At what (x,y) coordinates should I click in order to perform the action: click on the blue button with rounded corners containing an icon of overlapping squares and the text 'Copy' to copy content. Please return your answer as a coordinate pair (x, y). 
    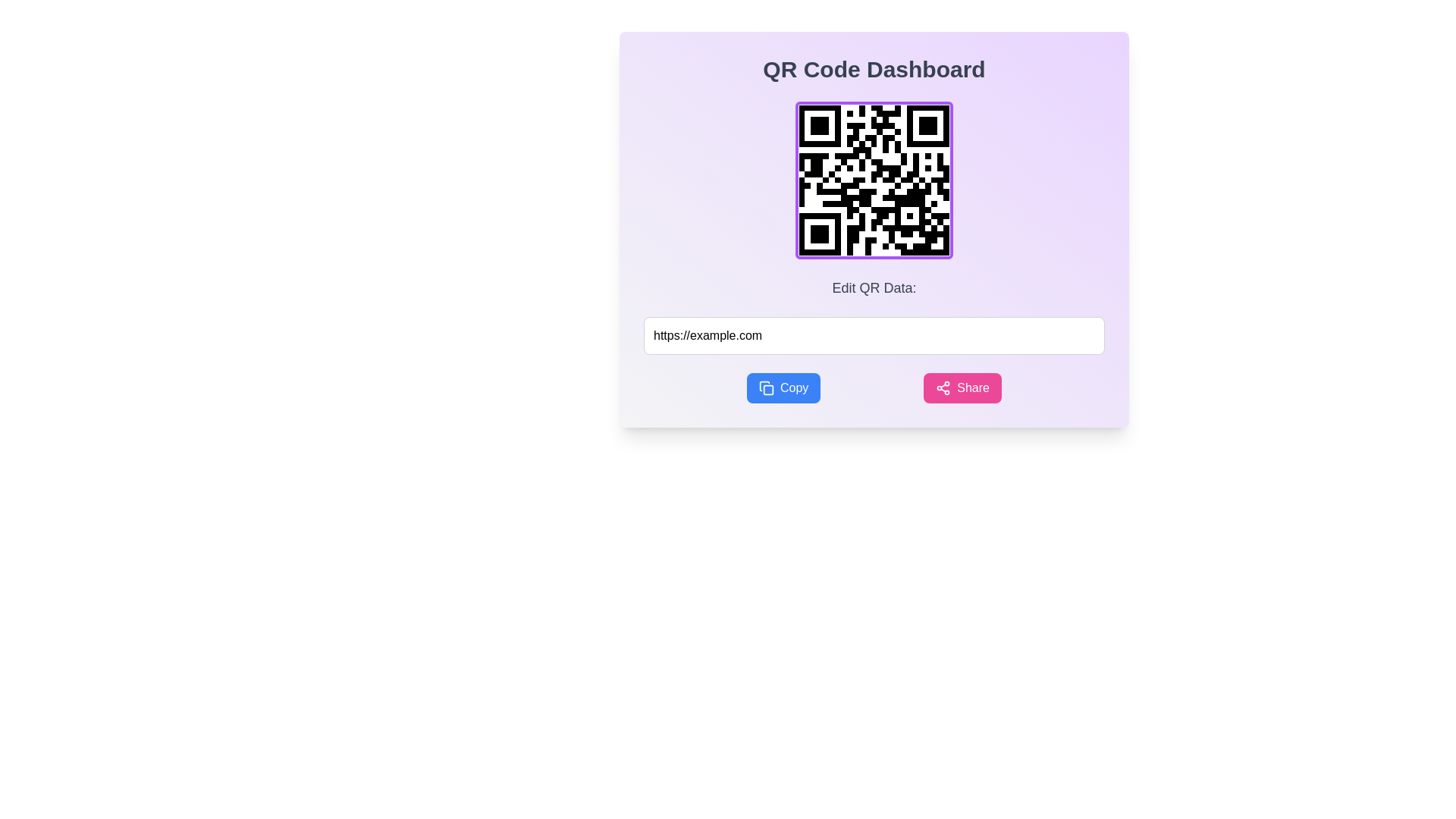
    Looking at the image, I should click on (783, 388).